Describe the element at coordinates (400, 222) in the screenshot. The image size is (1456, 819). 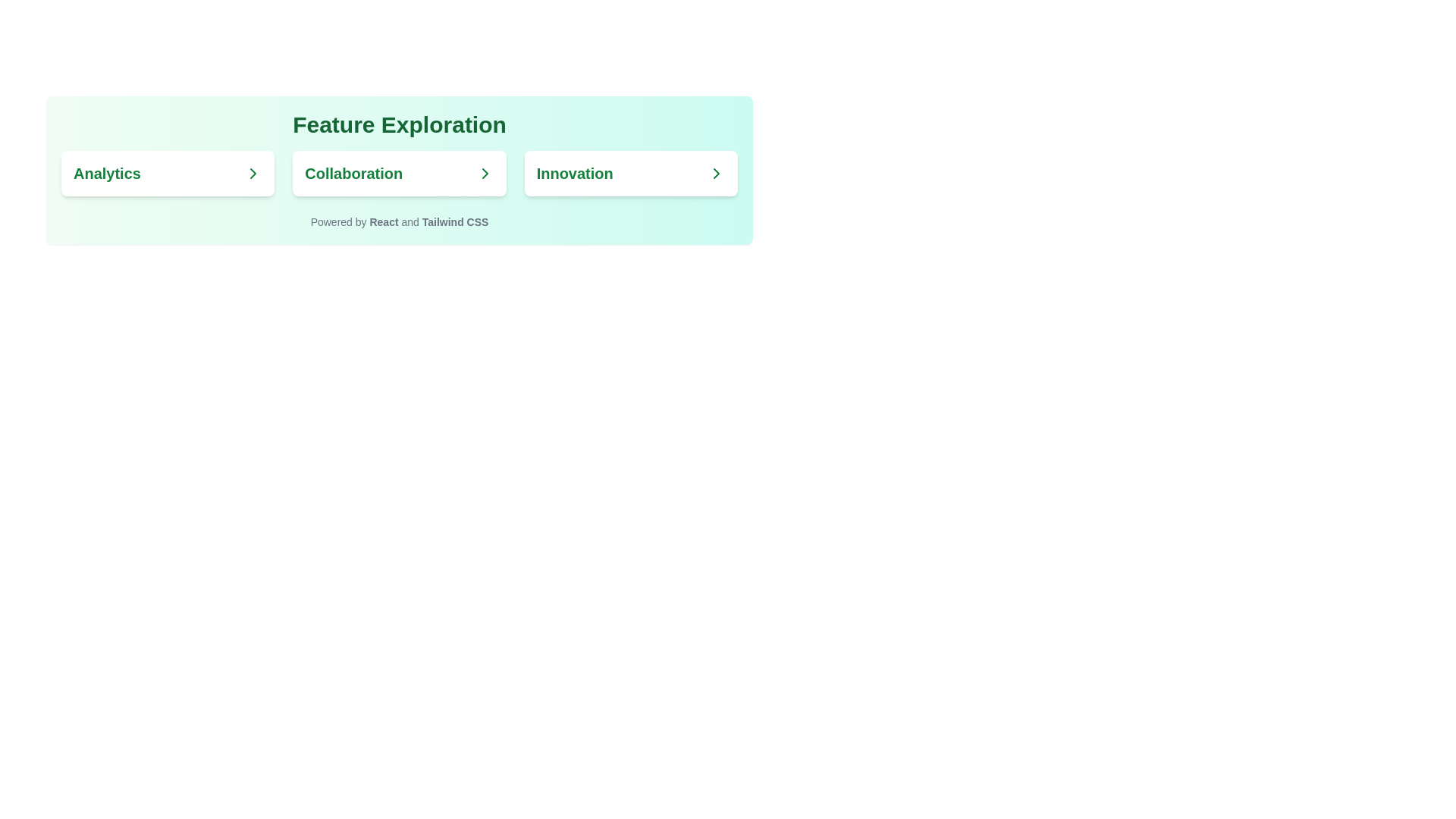
I see `text from the horizontal text block labeled 'Powered by React and Tailwind CSS', which is styled with a small font size and gray color, positioned below the main features 'Analytics', 'Collaboration', and 'Innovation'` at that location.